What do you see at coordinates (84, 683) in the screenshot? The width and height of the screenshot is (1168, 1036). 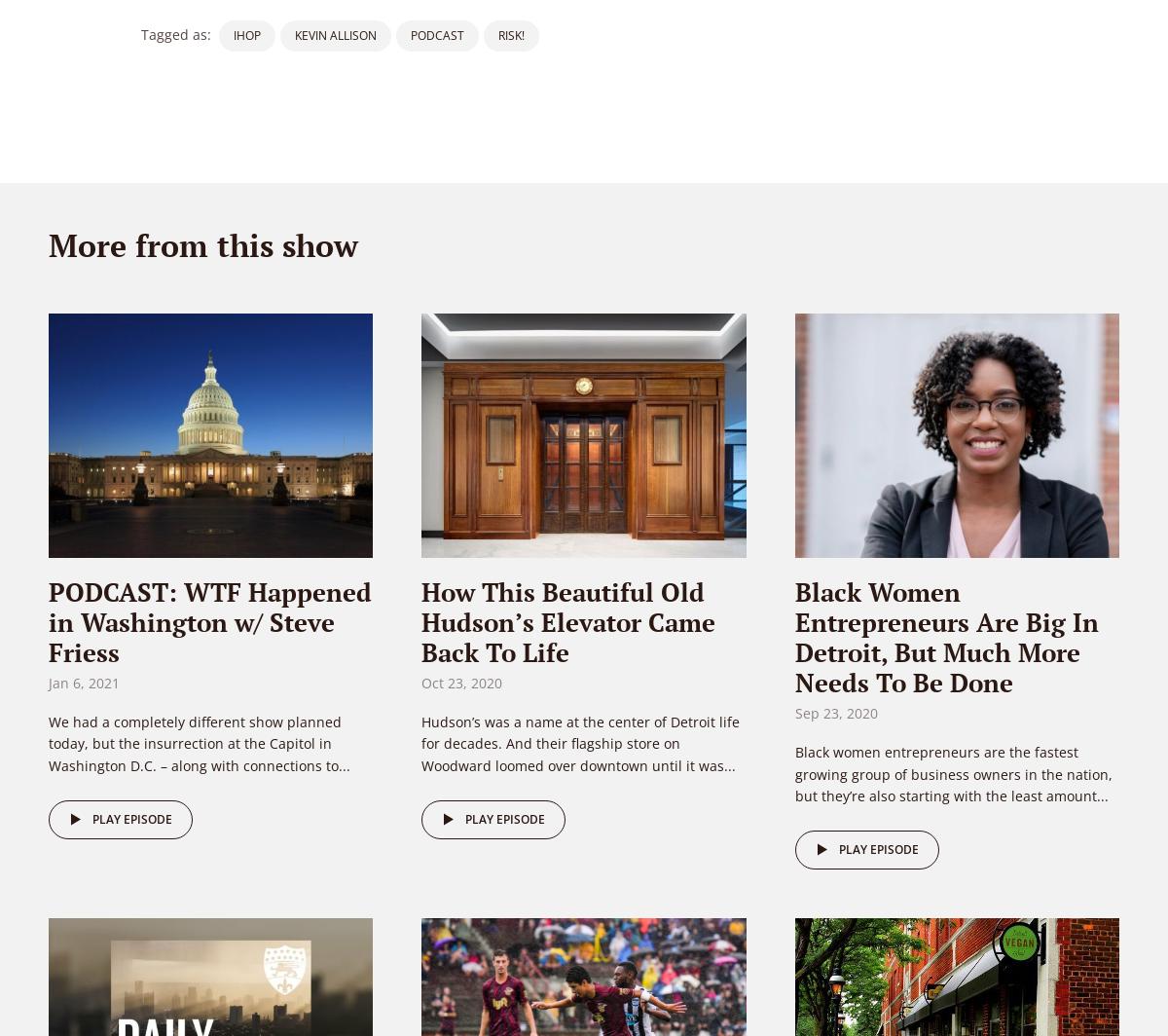 I see `'Jan 6, 2021'` at bounding box center [84, 683].